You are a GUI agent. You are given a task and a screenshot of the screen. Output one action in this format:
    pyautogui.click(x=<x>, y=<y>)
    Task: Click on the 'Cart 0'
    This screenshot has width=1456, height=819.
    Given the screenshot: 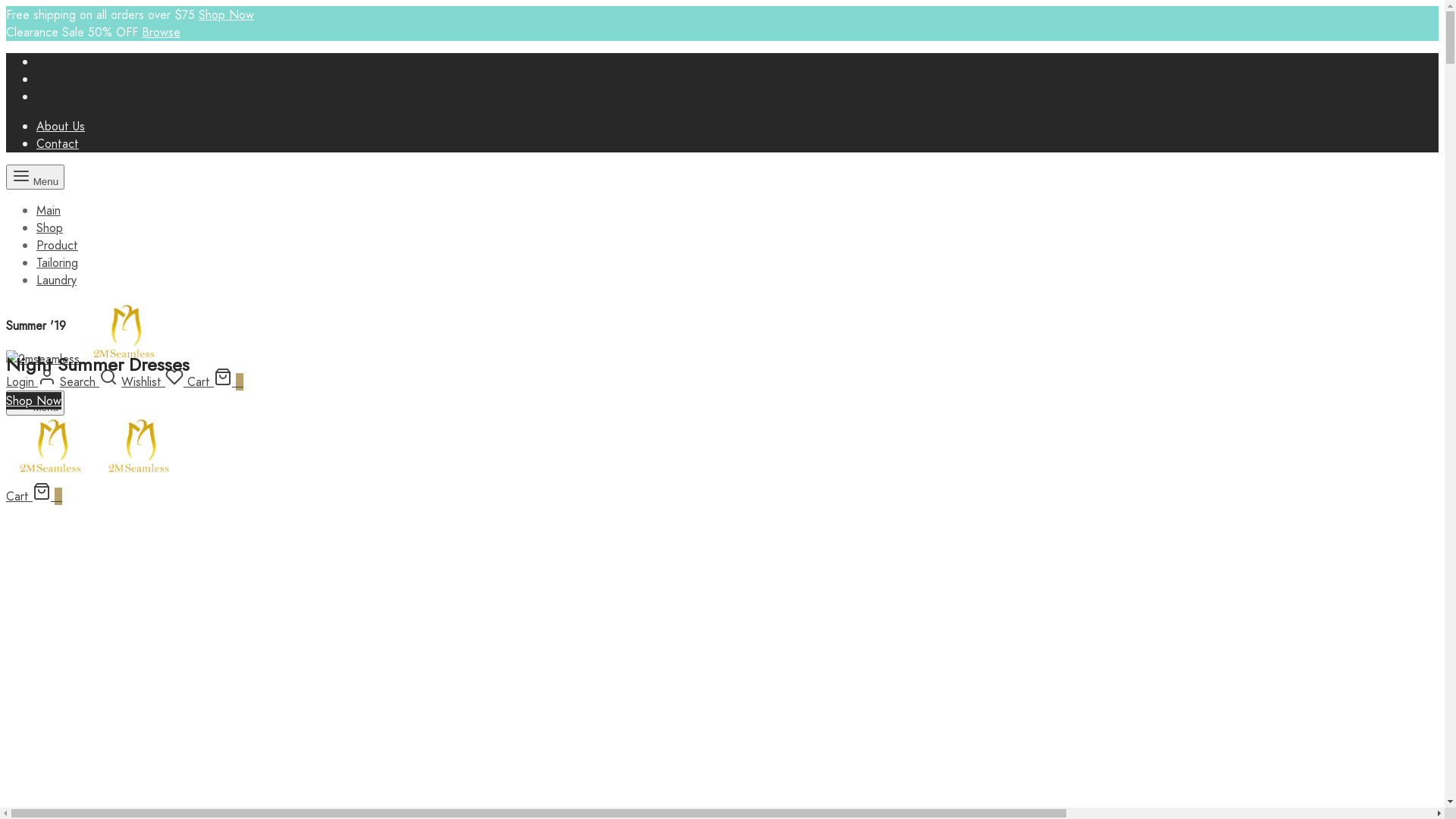 What is the action you would take?
    pyautogui.click(x=6, y=496)
    